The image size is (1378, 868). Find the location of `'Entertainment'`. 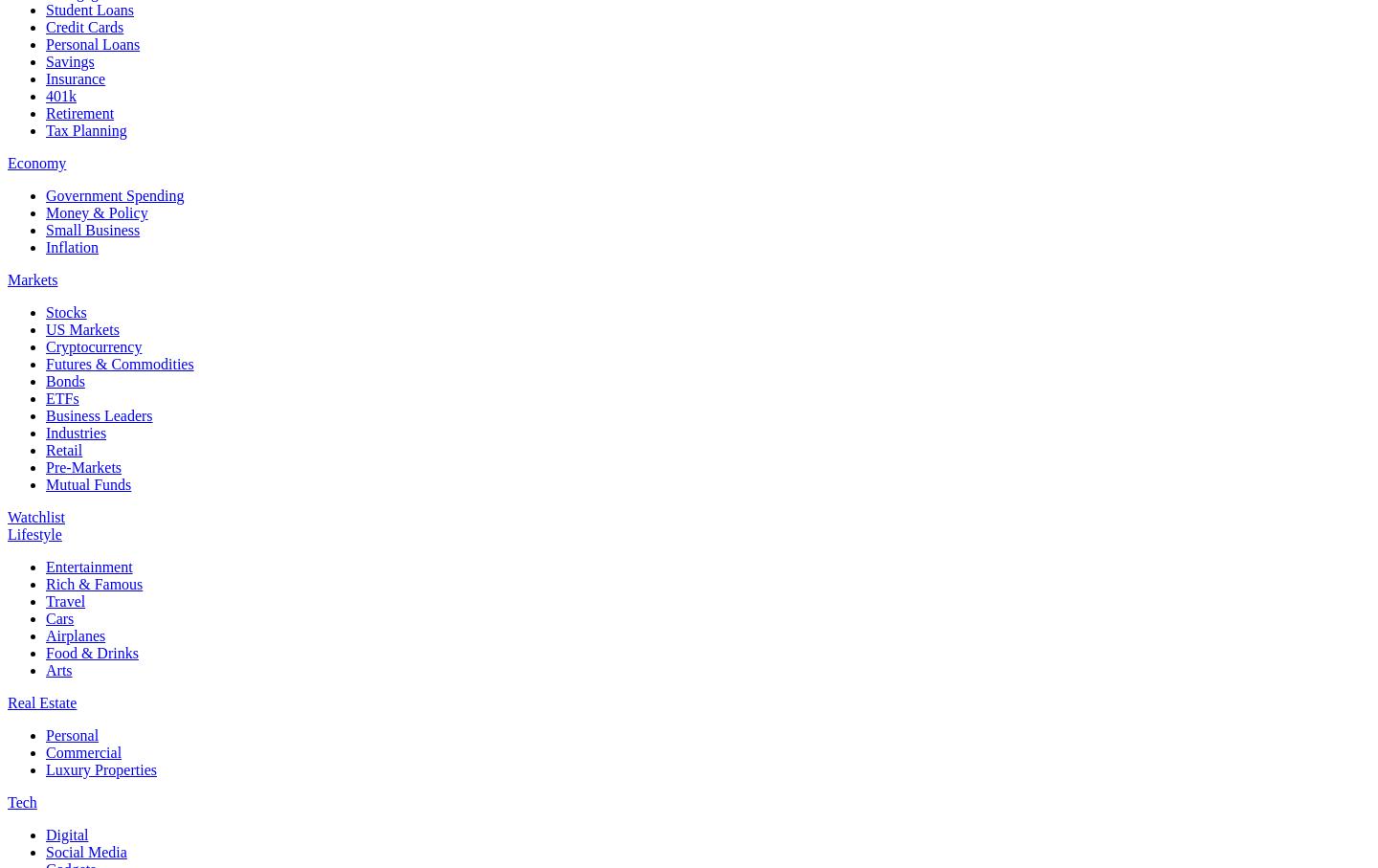

'Entertainment' is located at coordinates (89, 565).